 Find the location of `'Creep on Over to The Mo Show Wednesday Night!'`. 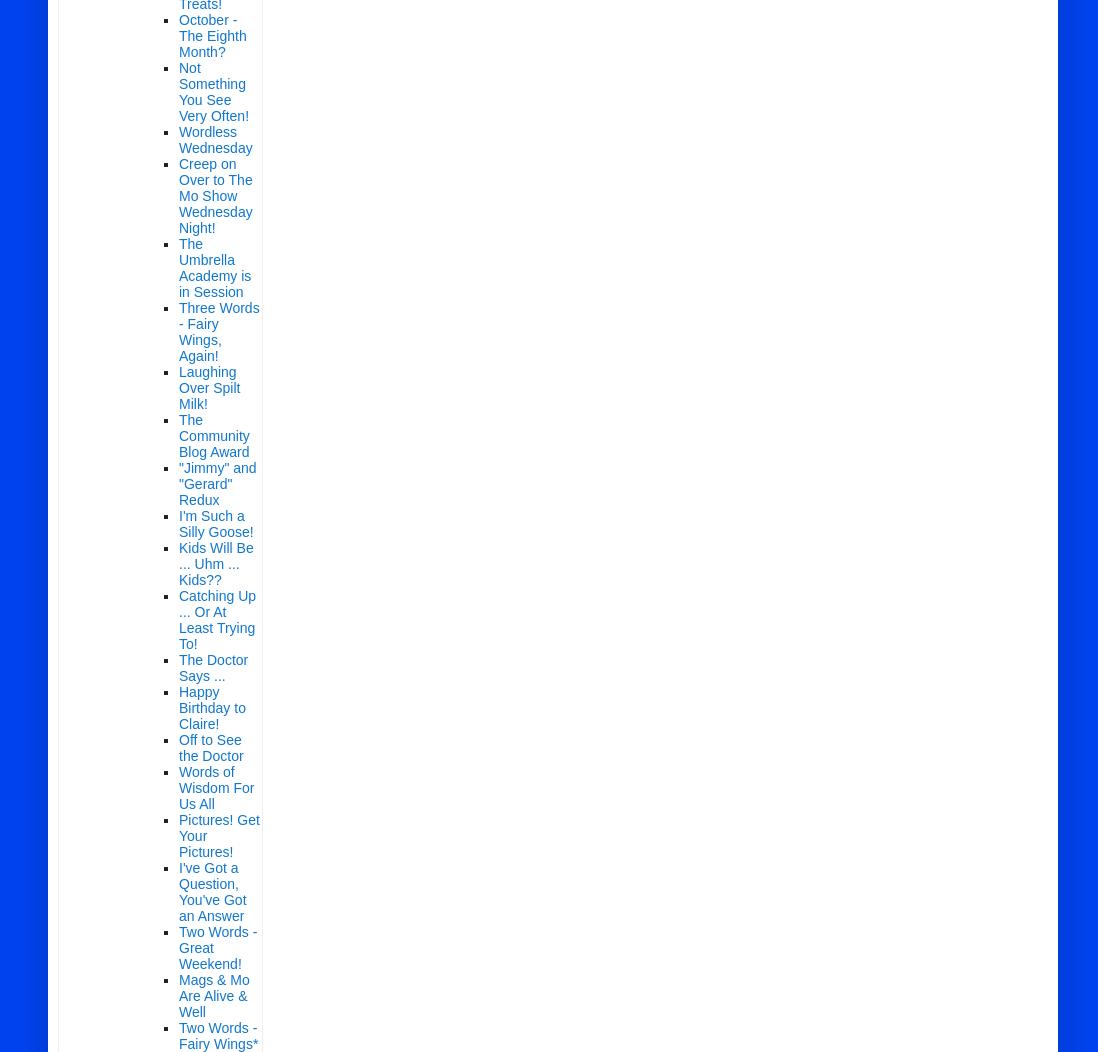

'Creep on Over to The Mo Show Wednesday Night!' is located at coordinates (214, 195).